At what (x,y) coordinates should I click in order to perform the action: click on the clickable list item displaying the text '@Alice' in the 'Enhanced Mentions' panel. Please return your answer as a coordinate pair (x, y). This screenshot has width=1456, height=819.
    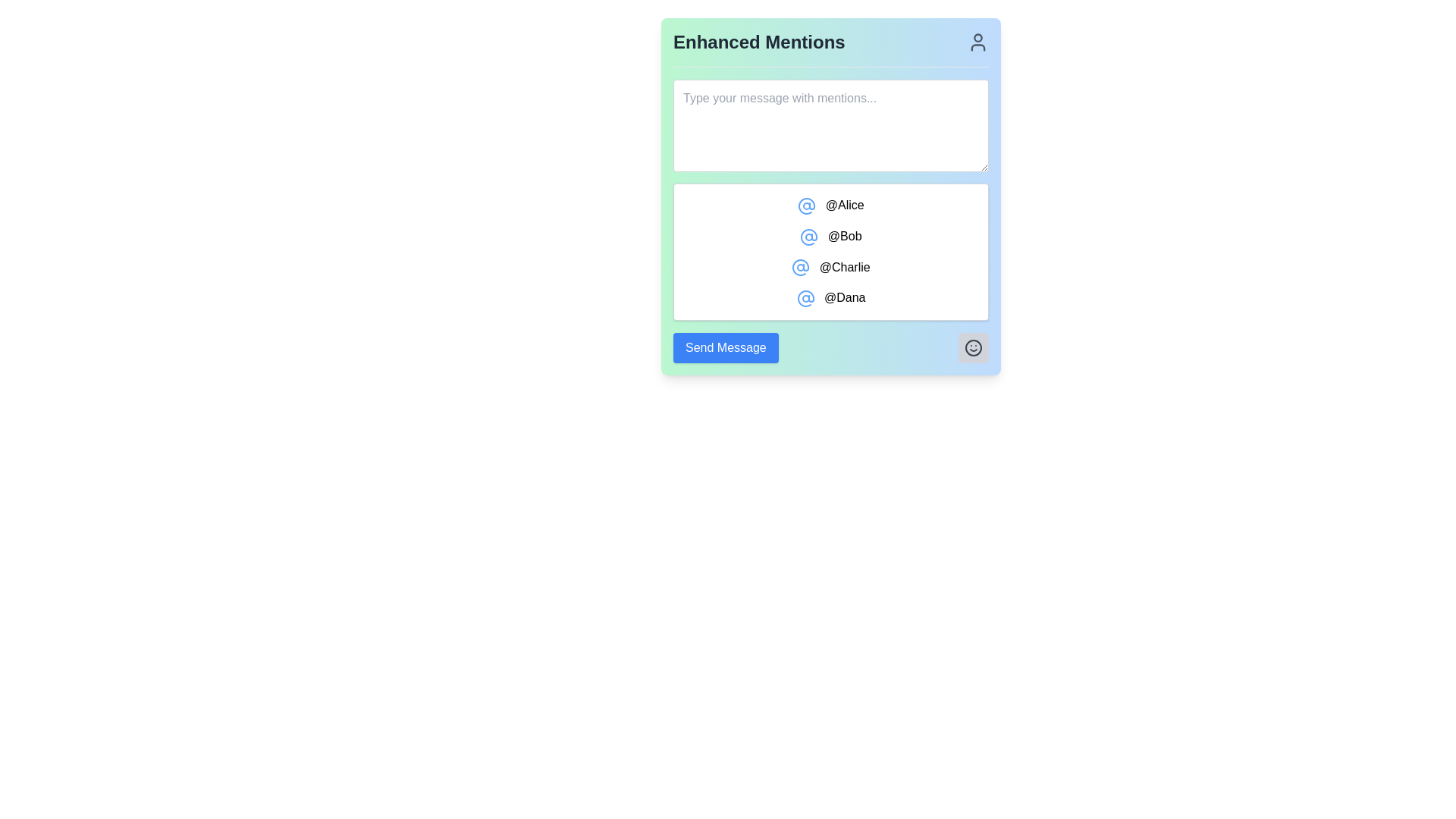
    Looking at the image, I should click on (830, 205).